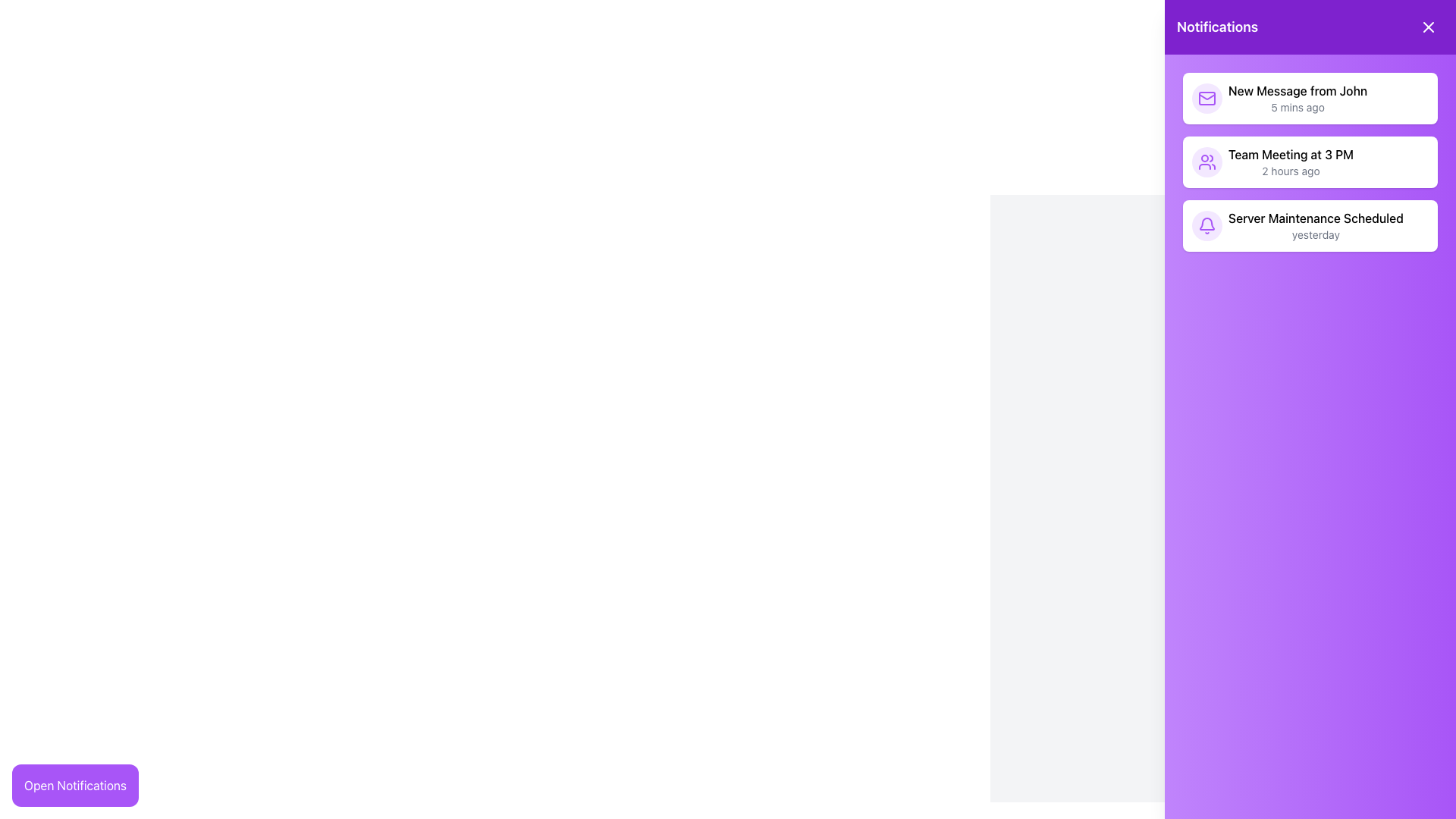 Image resolution: width=1456 pixels, height=819 pixels. What do you see at coordinates (1290, 171) in the screenshot?
I see `text from the small gray text label displaying the time elapsed since a notification, positioned below 'Team Meeting at 3 PM' in the Notifications panel` at bounding box center [1290, 171].